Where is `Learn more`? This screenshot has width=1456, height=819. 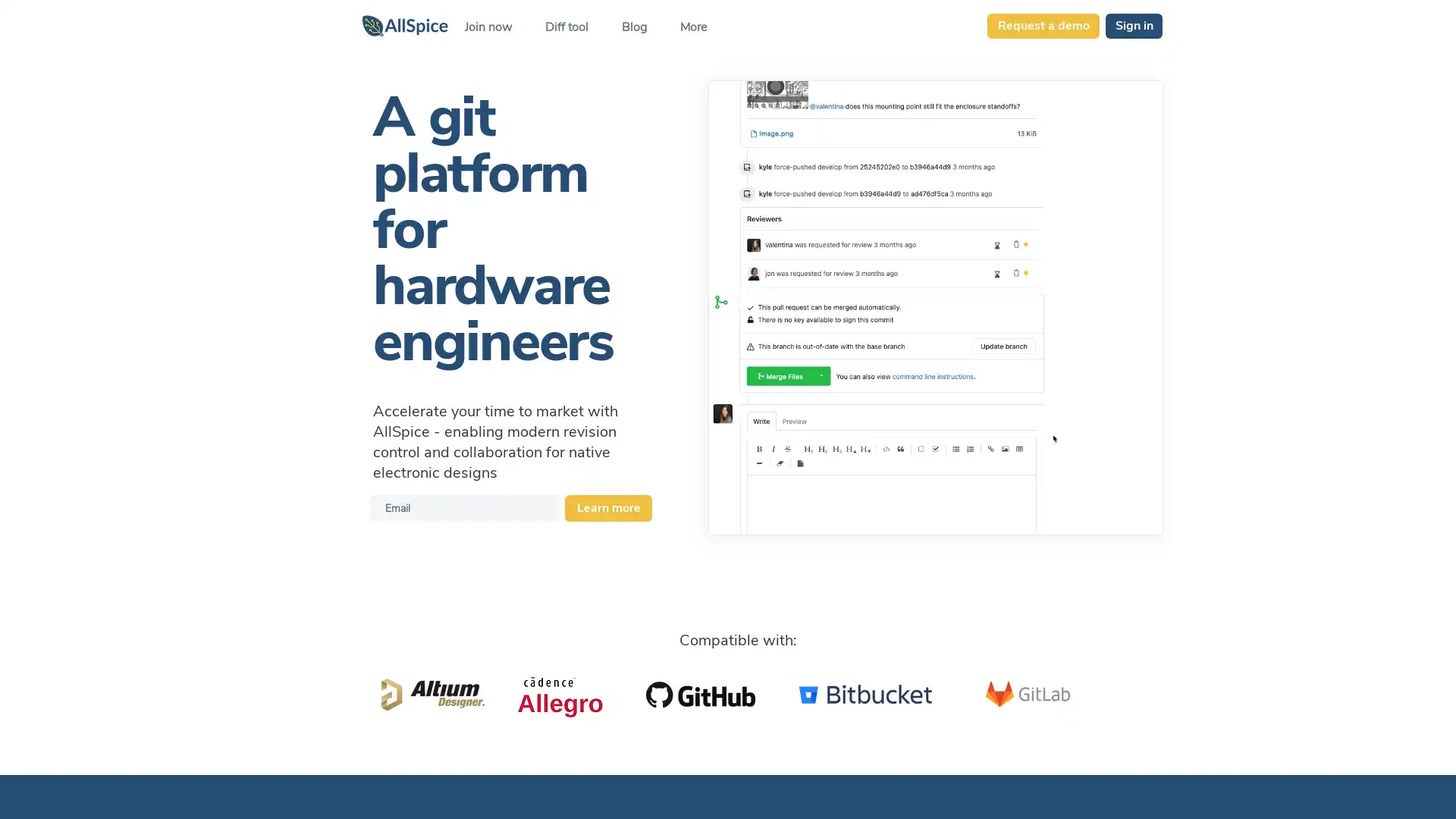
Learn more is located at coordinates (608, 508).